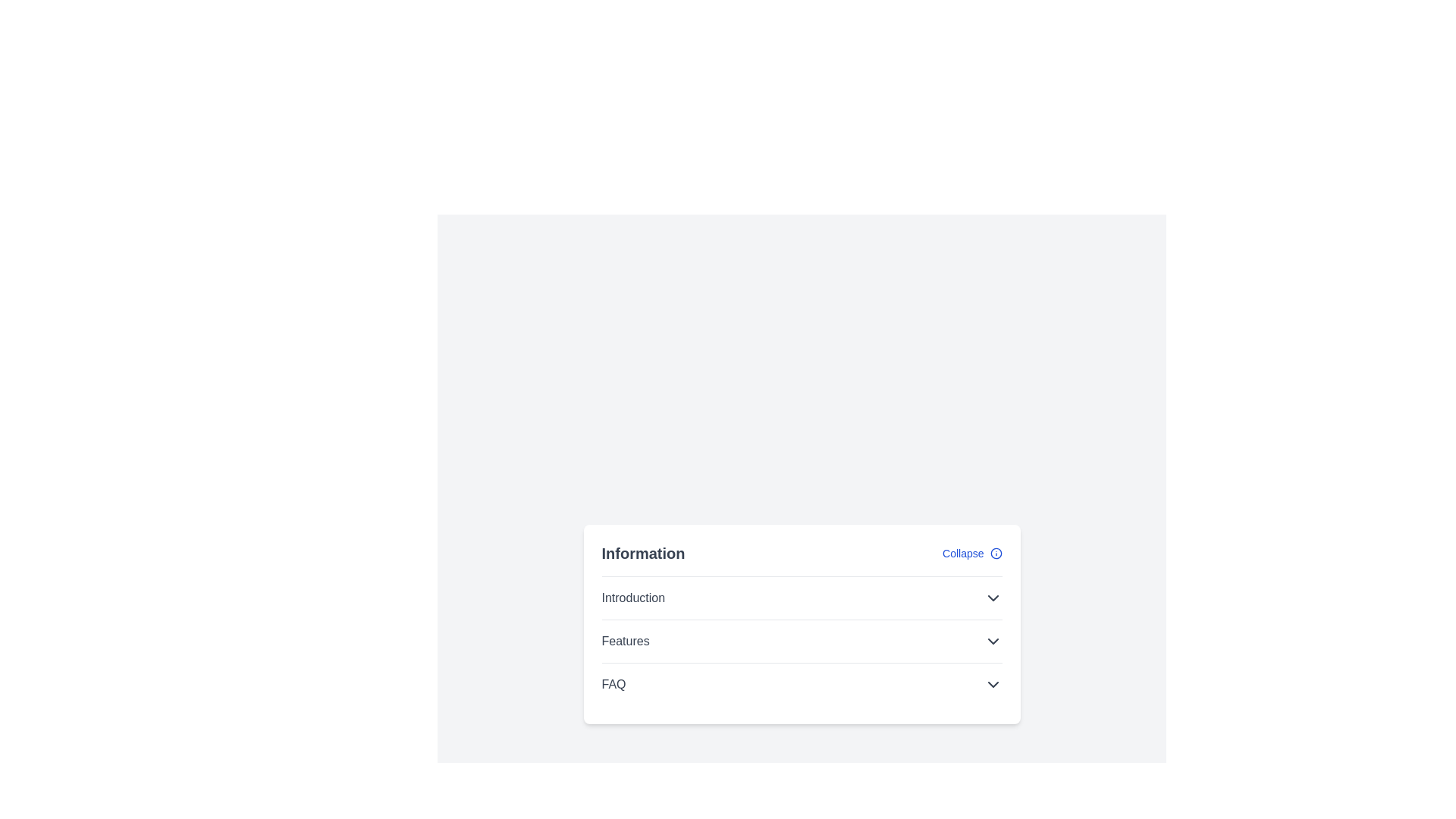 This screenshot has height=819, width=1456. What do you see at coordinates (801, 684) in the screenshot?
I see `the toggle or collapsible list item for the 'FAQ' section located at the bottom of the 'Information' panel` at bounding box center [801, 684].